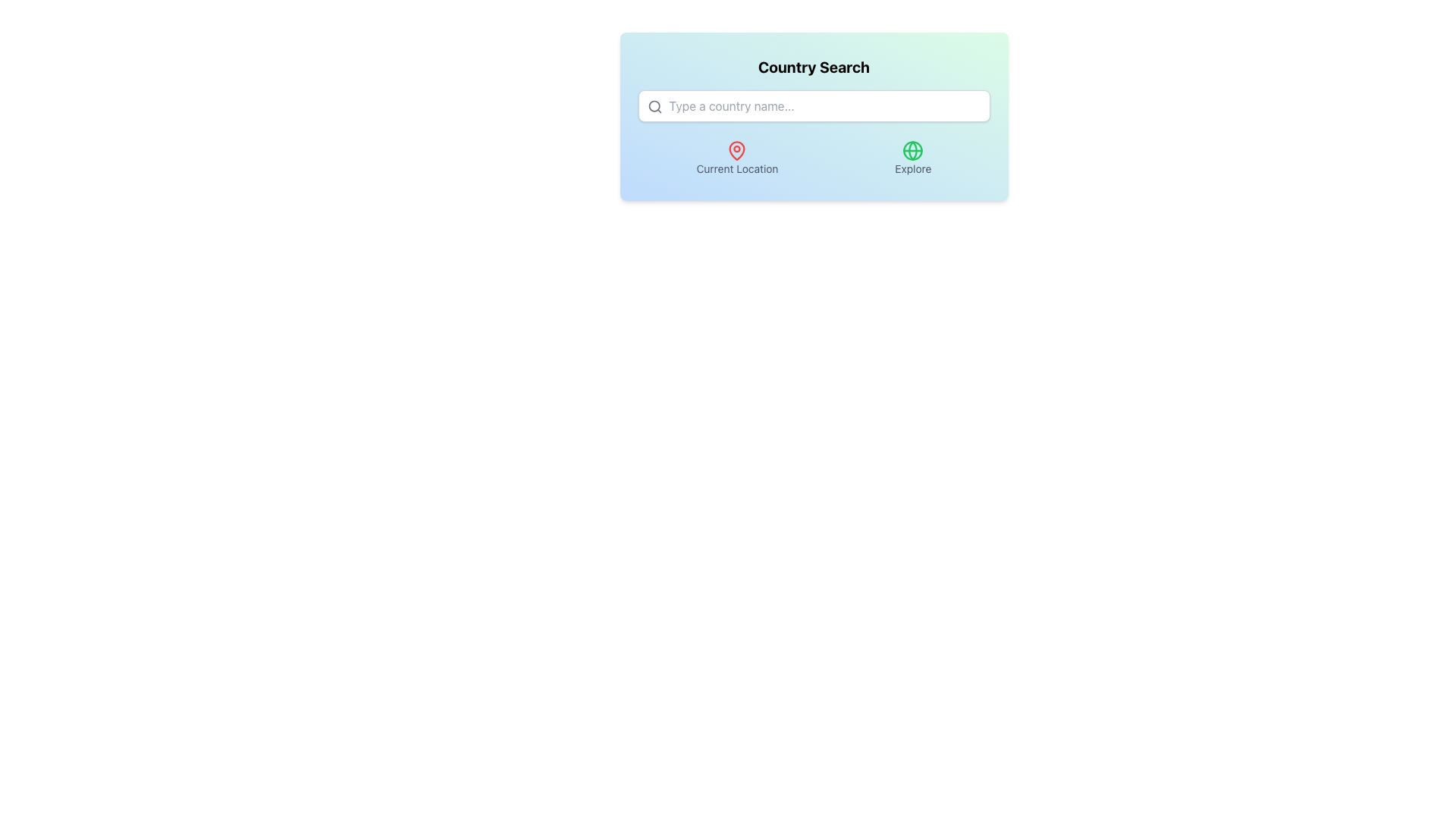 Image resolution: width=1456 pixels, height=819 pixels. Describe the element at coordinates (912, 151) in the screenshot. I see `the SVG circle that forms the circular base of the 'Explore' icon, located to the right of the 'Explore' text and slightly below the search bar` at that location.